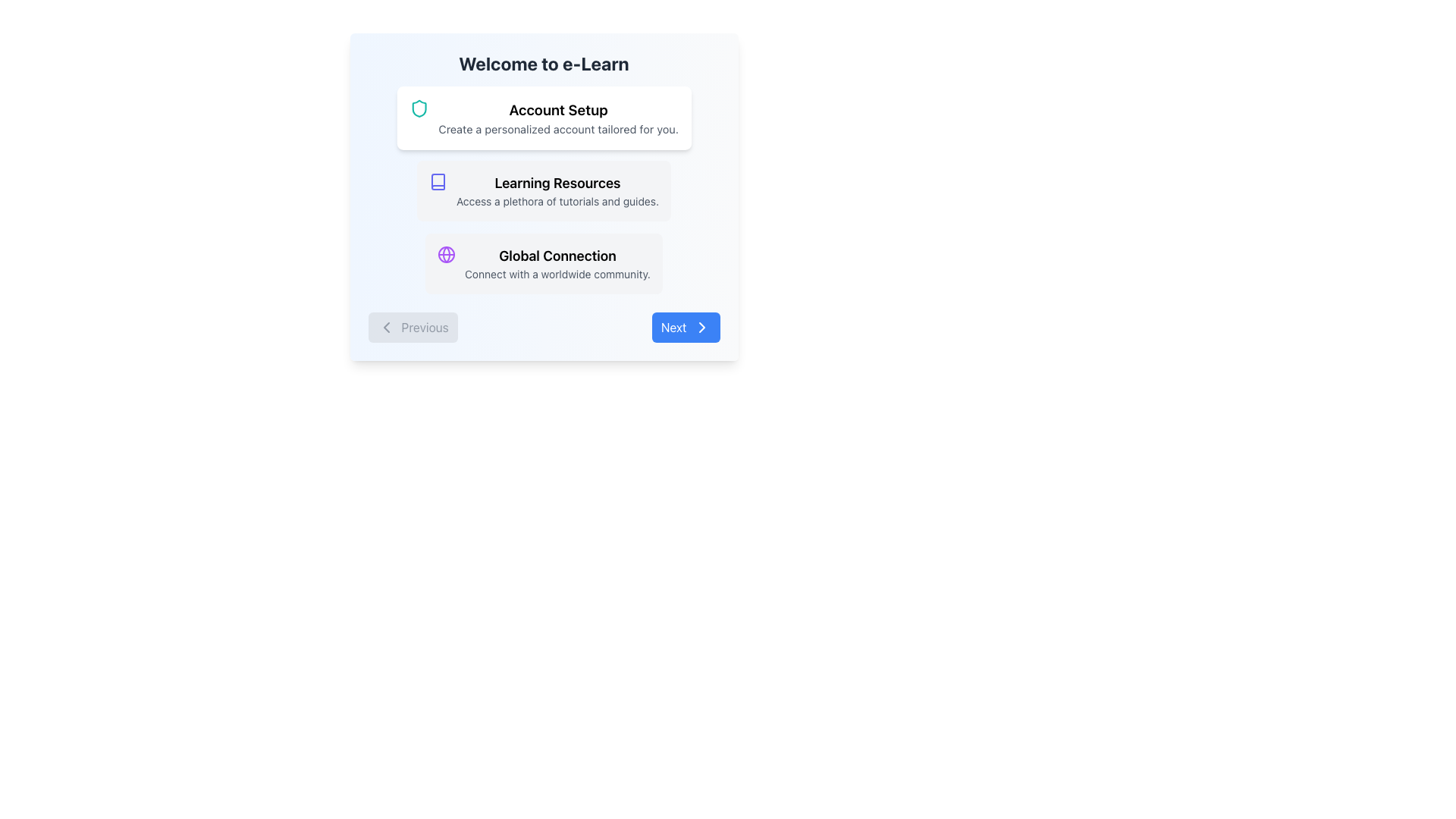 The height and width of the screenshot is (819, 1456). Describe the element at coordinates (386, 327) in the screenshot. I see `the left-pointing chevron icon located to the left of the 'Previous' button in the lower-left corner of the displayed card` at that location.